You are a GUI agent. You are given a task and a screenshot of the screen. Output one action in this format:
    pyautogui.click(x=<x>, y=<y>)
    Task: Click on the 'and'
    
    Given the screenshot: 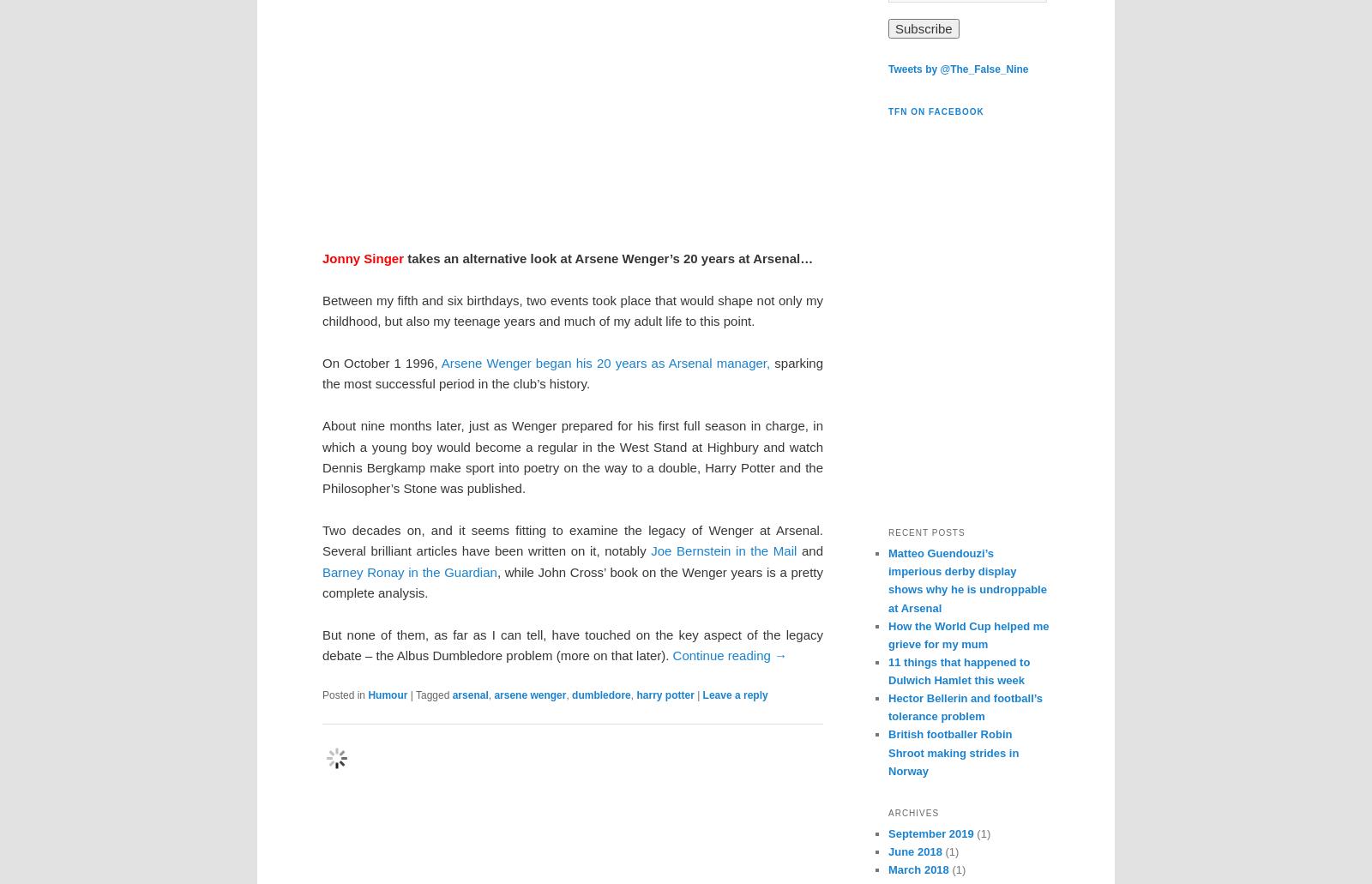 What is the action you would take?
    pyautogui.click(x=809, y=550)
    